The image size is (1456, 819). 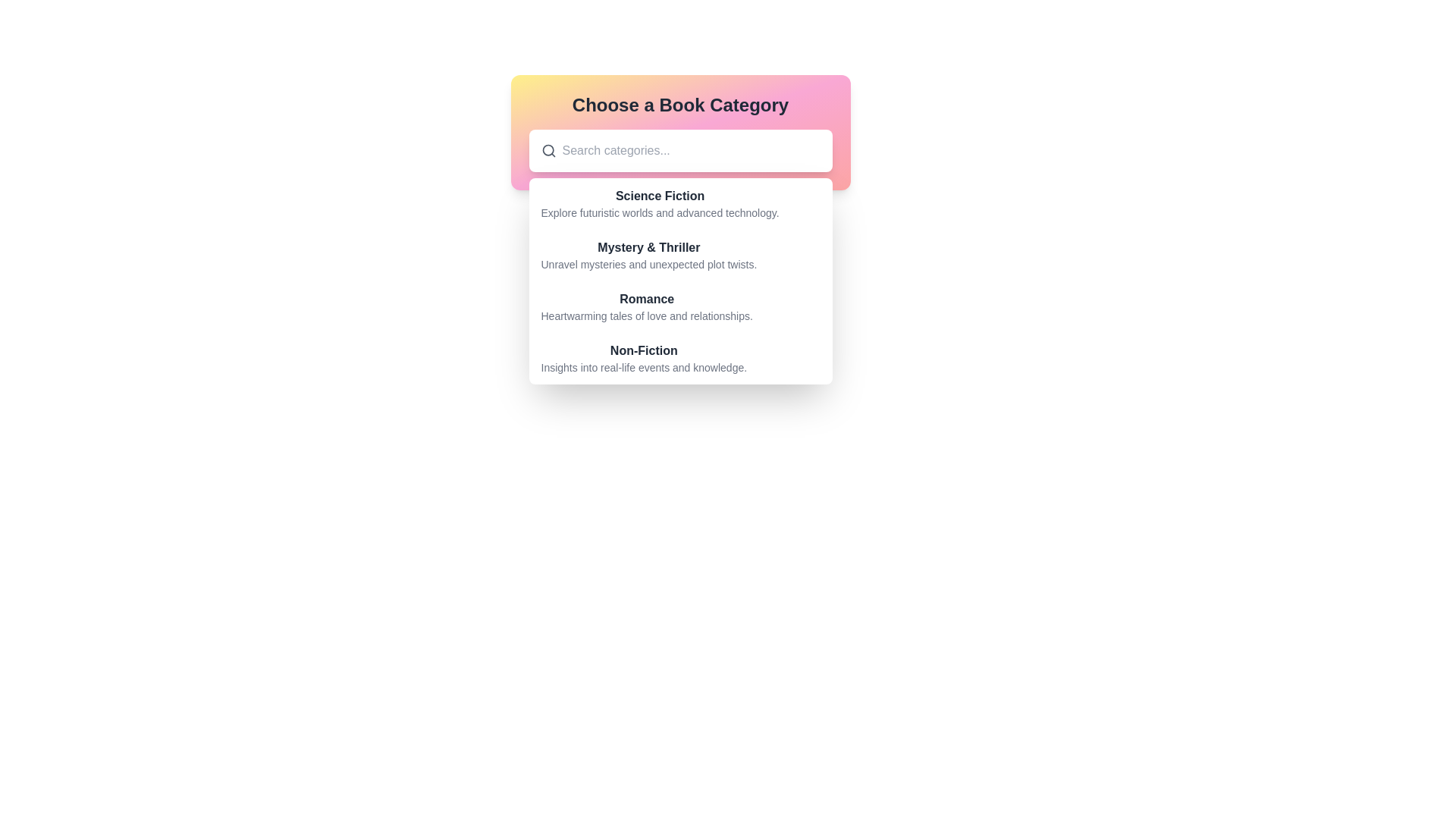 What do you see at coordinates (644, 359) in the screenshot?
I see `the 'Non-Fiction' text link component, which is the fourth entry in the 'Choose a Book Category' list` at bounding box center [644, 359].